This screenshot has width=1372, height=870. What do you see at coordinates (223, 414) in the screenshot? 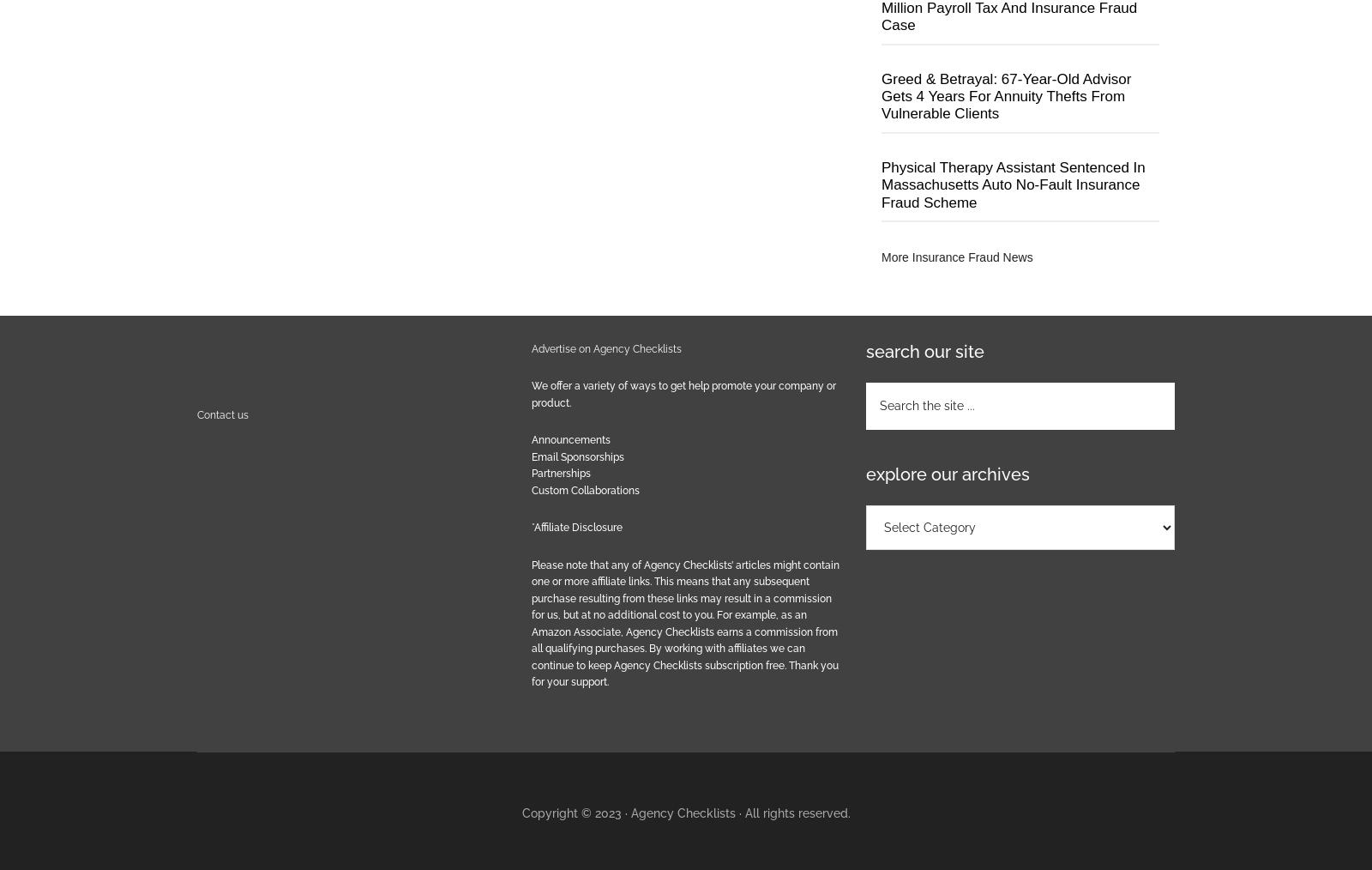
I see `'Contact us'` at bounding box center [223, 414].